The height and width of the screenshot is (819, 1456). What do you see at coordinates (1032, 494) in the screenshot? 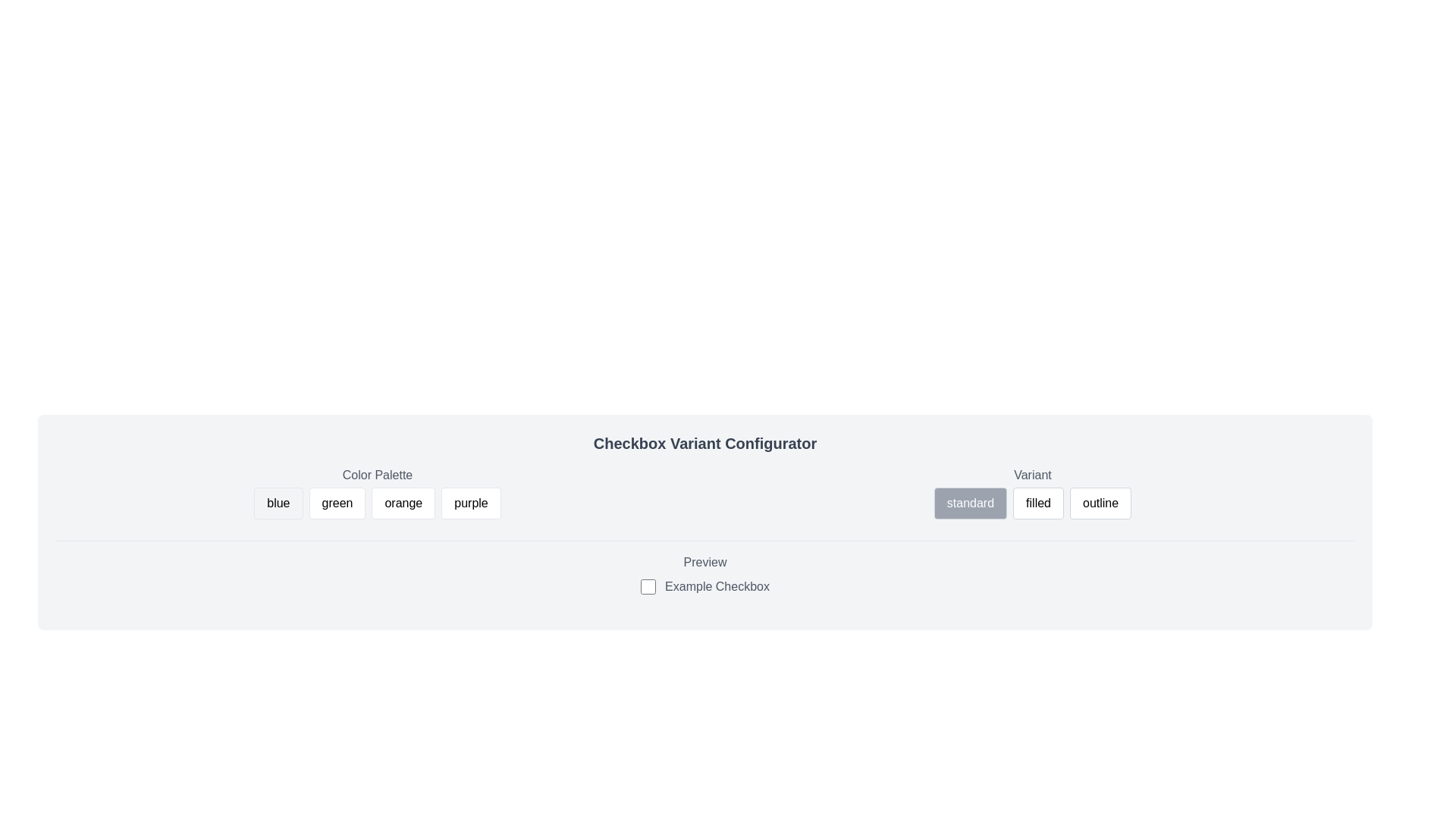
I see `the second button in the 'Variant' group` at bounding box center [1032, 494].